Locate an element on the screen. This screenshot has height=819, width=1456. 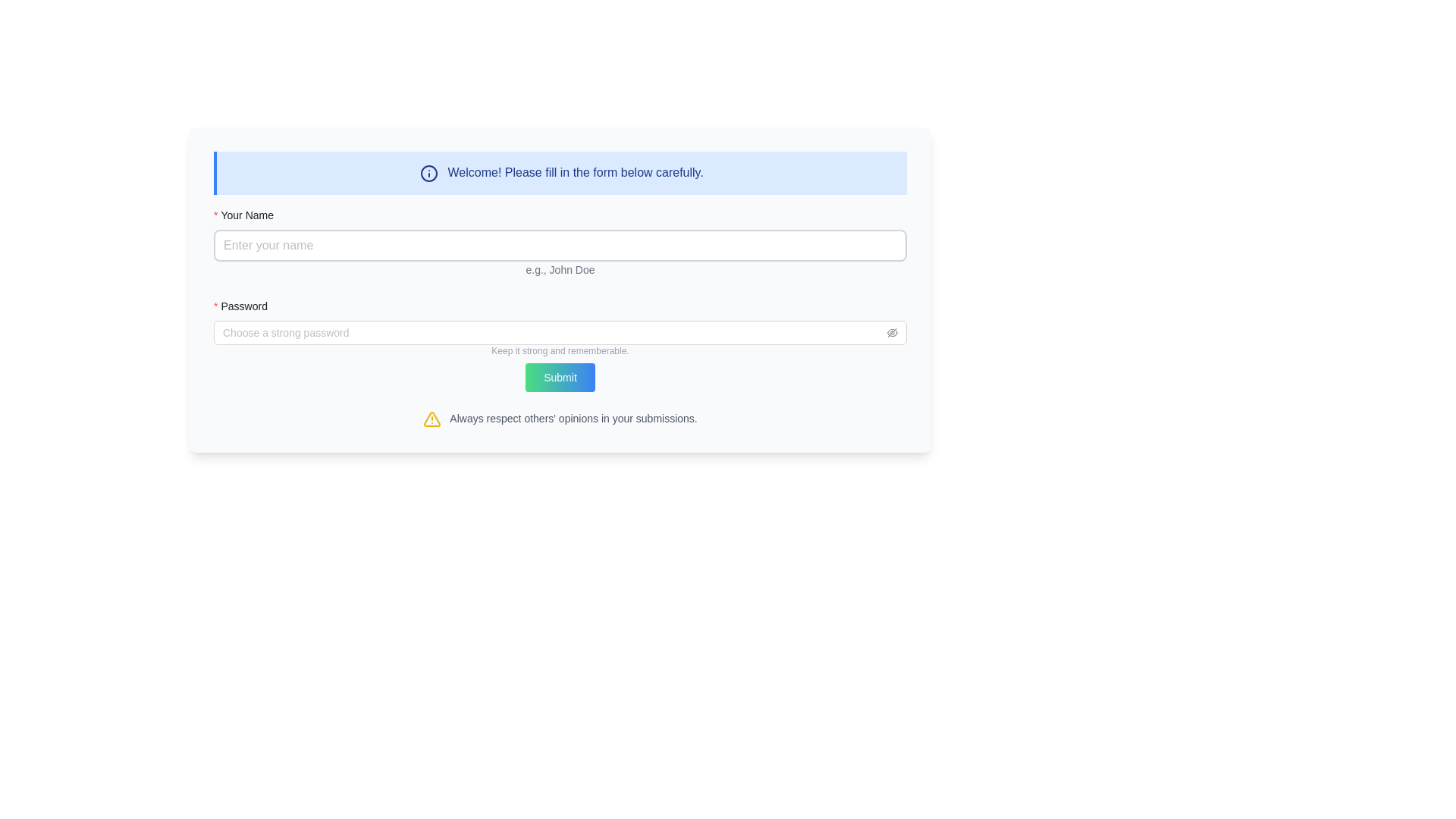
the instructional placeholder text 'e.g., John Doe', which is styled in grey and located below the 'Your Name' input field is located at coordinates (560, 268).